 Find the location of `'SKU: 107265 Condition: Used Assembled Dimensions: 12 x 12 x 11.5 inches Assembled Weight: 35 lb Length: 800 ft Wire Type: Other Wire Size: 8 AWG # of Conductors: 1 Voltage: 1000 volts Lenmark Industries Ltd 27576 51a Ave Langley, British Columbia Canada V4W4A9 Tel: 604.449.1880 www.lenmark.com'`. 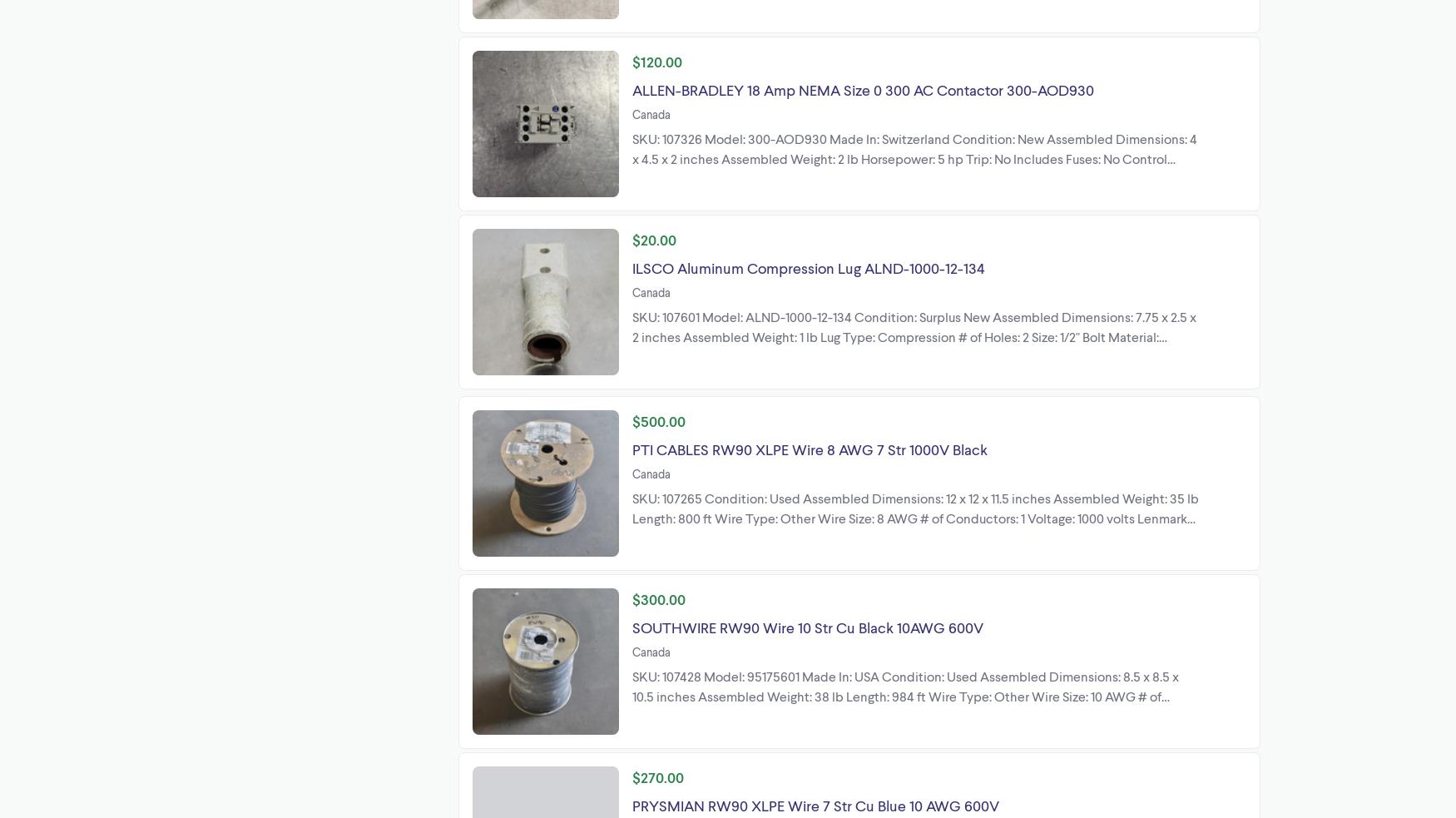

'SKU: 107265 Condition: Used Assembled Dimensions: 12 x 12 x 11.5 inches Assembled Weight: 35 lb Length: 800 ft Wire Type: Other Wire Size: 8 AWG # of Conductors: 1 Voltage: 1000 volts Lenmark Industries Ltd 27576 51a Ave Langley, British Columbia Canada V4W4A9 Tel: 604.449.1880 www.lenmark.com' is located at coordinates (915, 527).